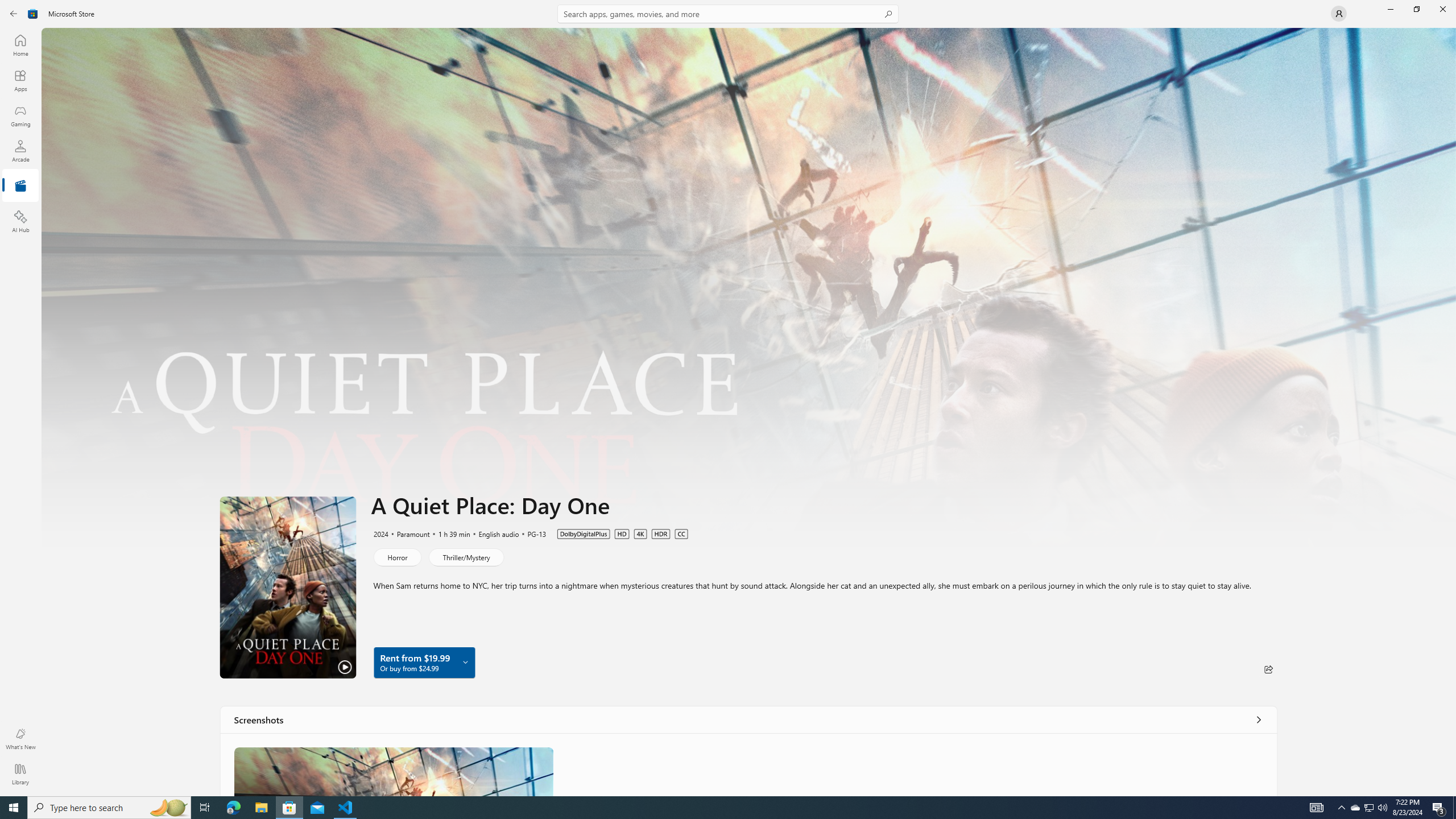 The width and height of the screenshot is (1456, 819). What do you see at coordinates (1389, 9) in the screenshot?
I see `'Minimize Microsoft Store'` at bounding box center [1389, 9].